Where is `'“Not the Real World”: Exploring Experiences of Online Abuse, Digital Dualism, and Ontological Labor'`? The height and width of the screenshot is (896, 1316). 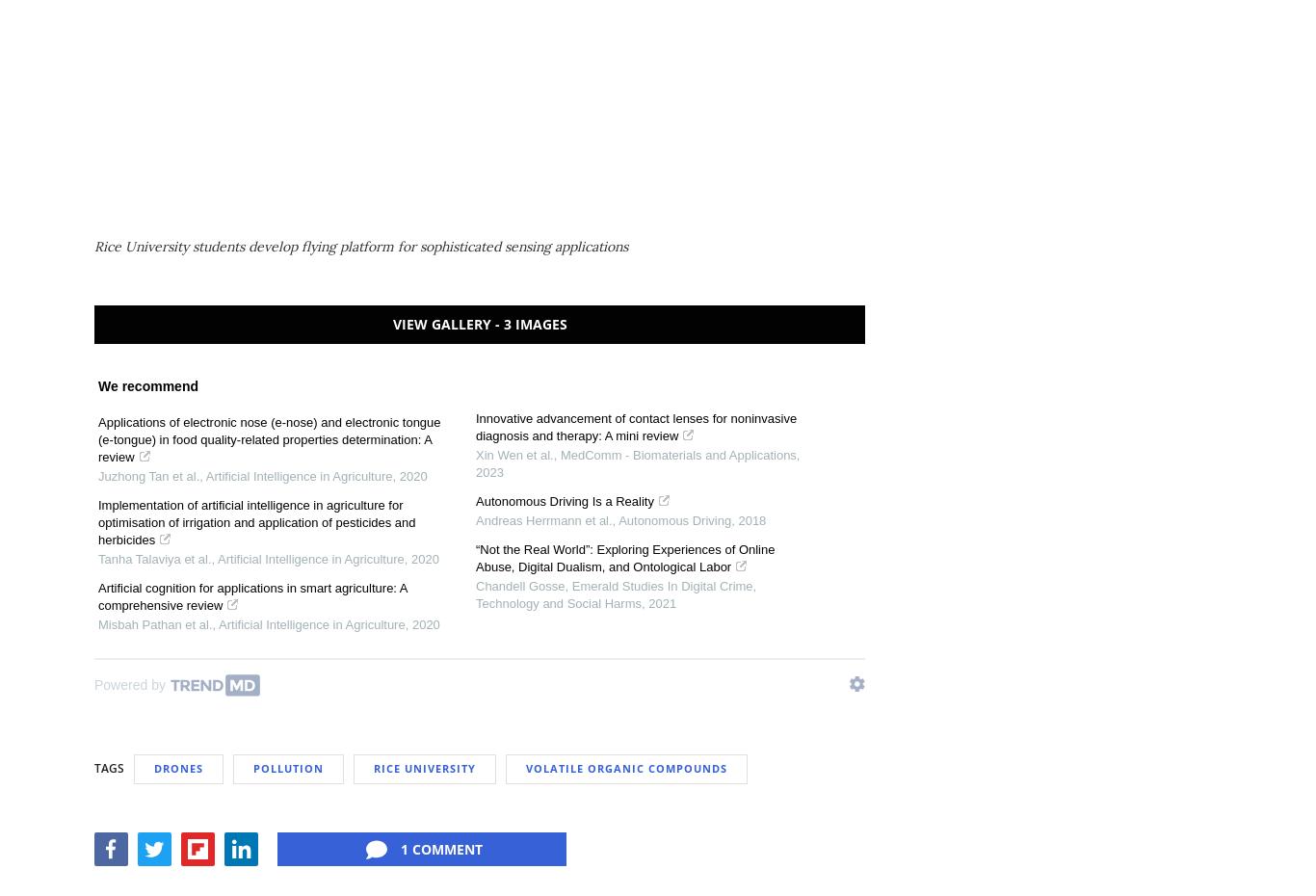 '“Not the Real World”: Exploring Experiences of Online Abuse, Digital Dualism, and Ontological Labor' is located at coordinates (623, 557).